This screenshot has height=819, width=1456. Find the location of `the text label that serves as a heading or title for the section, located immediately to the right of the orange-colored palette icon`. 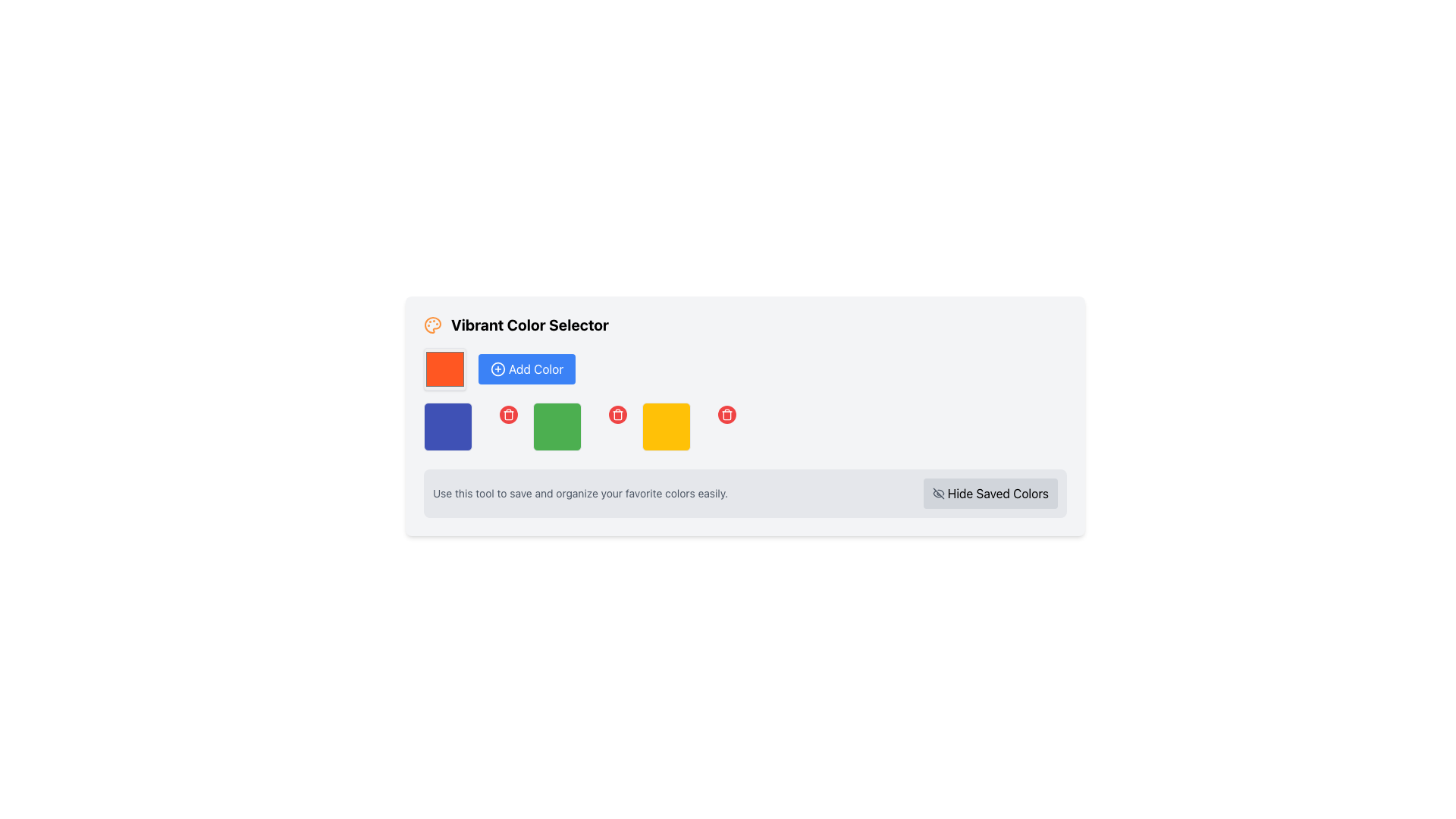

the text label that serves as a heading or title for the section, located immediately to the right of the orange-colored palette icon is located at coordinates (530, 324).